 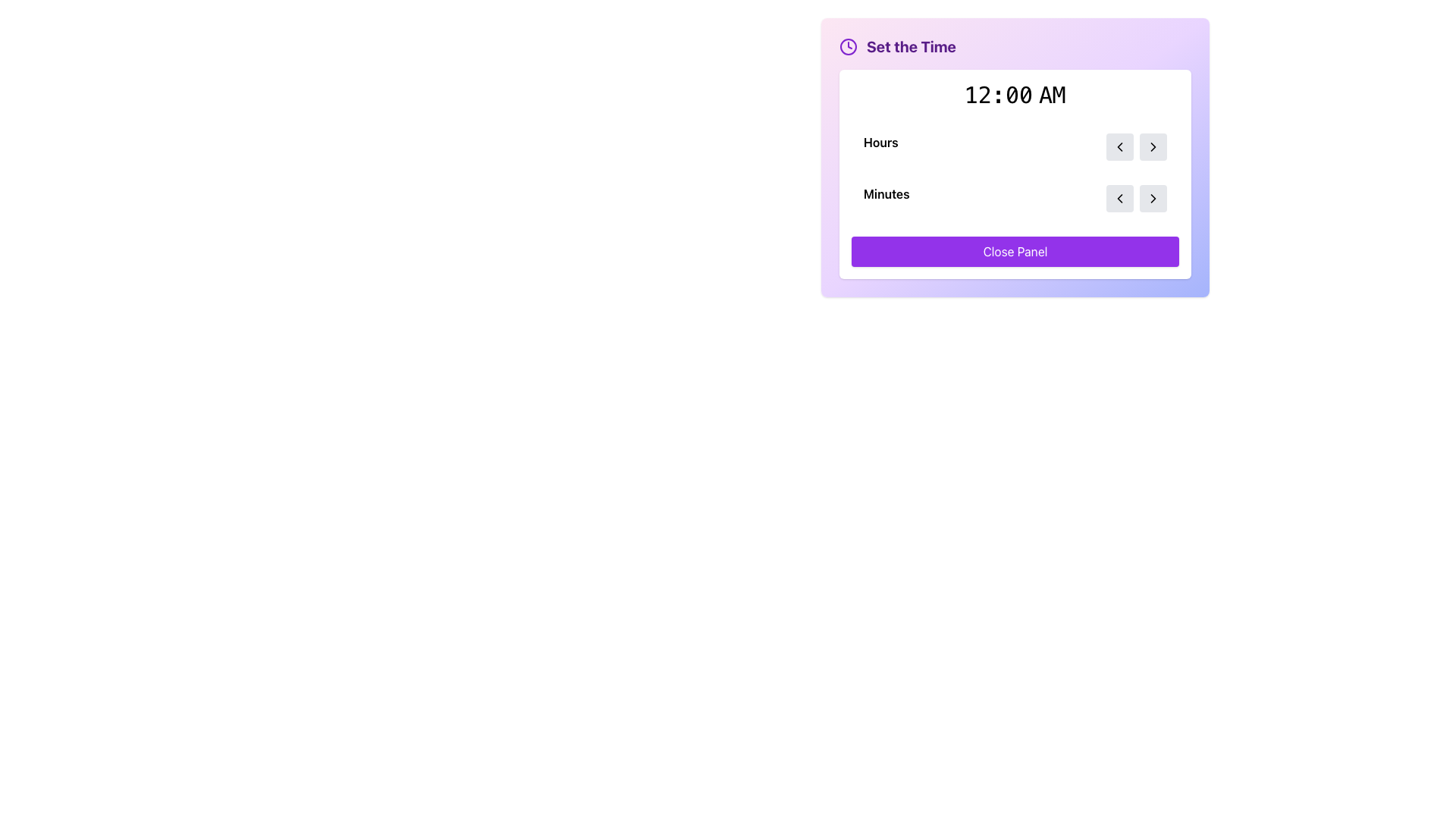 I want to click on the text label displaying 'Hours' in bold font located within a white dialog box with a purple gradient header, so click(x=880, y=146).